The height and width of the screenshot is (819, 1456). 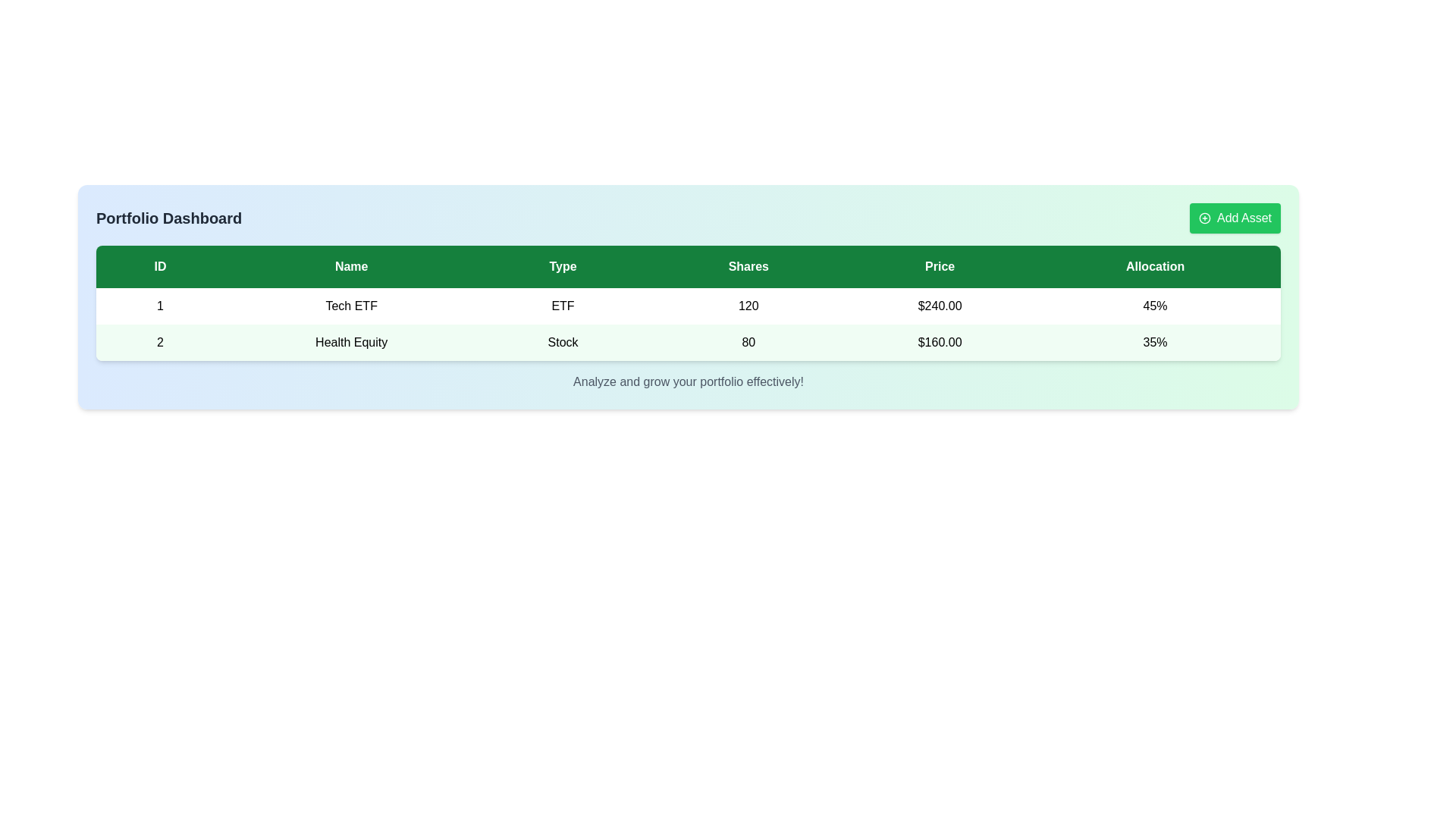 What do you see at coordinates (748, 306) in the screenshot?
I see `number '120' displayed in black color within the 'Shares' column of the first row corresponding to 'Tech ETF' in the data table` at bounding box center [748, 306].